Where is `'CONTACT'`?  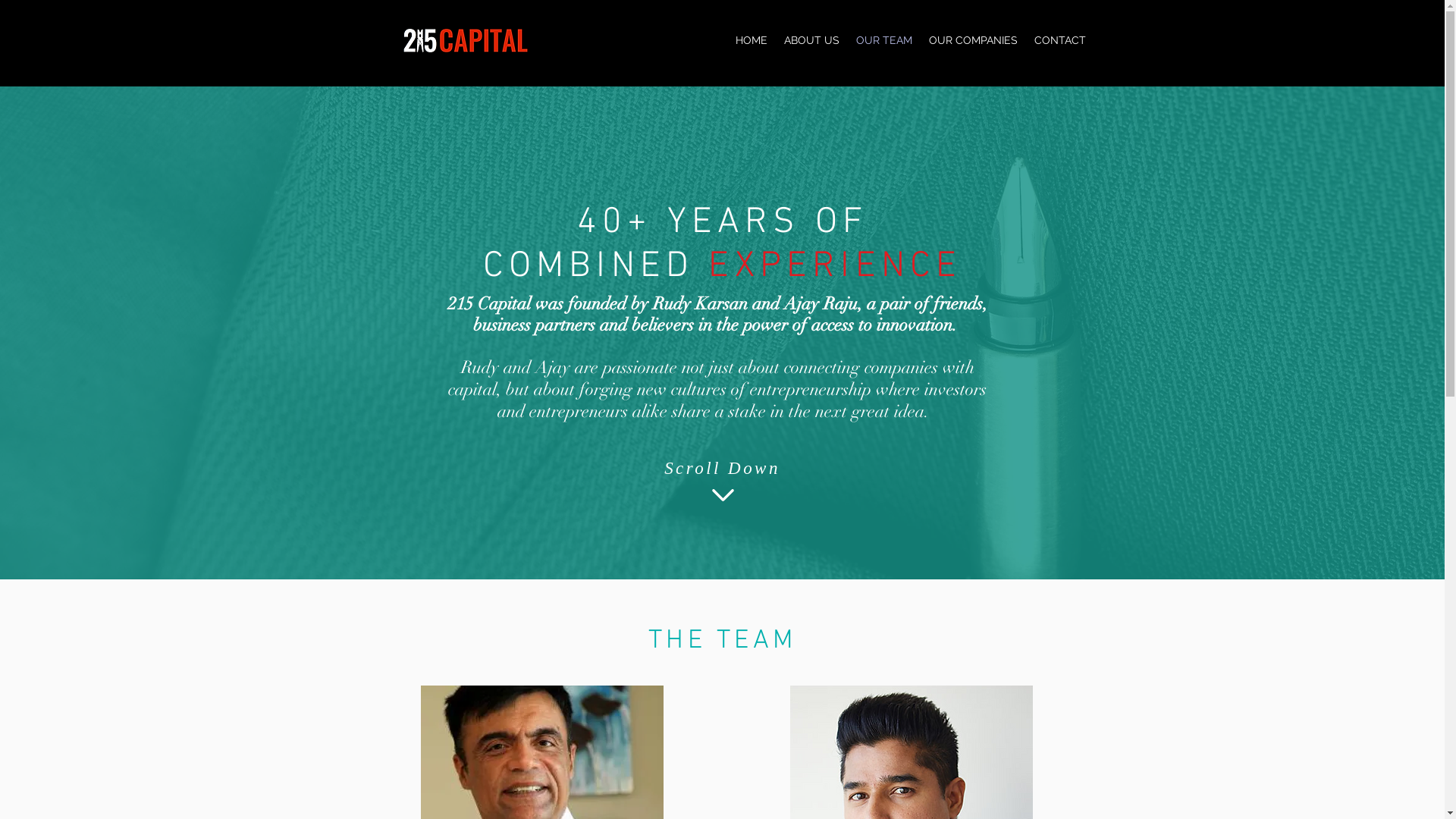
'CONTACT' is located at coordinates (1058, 39).